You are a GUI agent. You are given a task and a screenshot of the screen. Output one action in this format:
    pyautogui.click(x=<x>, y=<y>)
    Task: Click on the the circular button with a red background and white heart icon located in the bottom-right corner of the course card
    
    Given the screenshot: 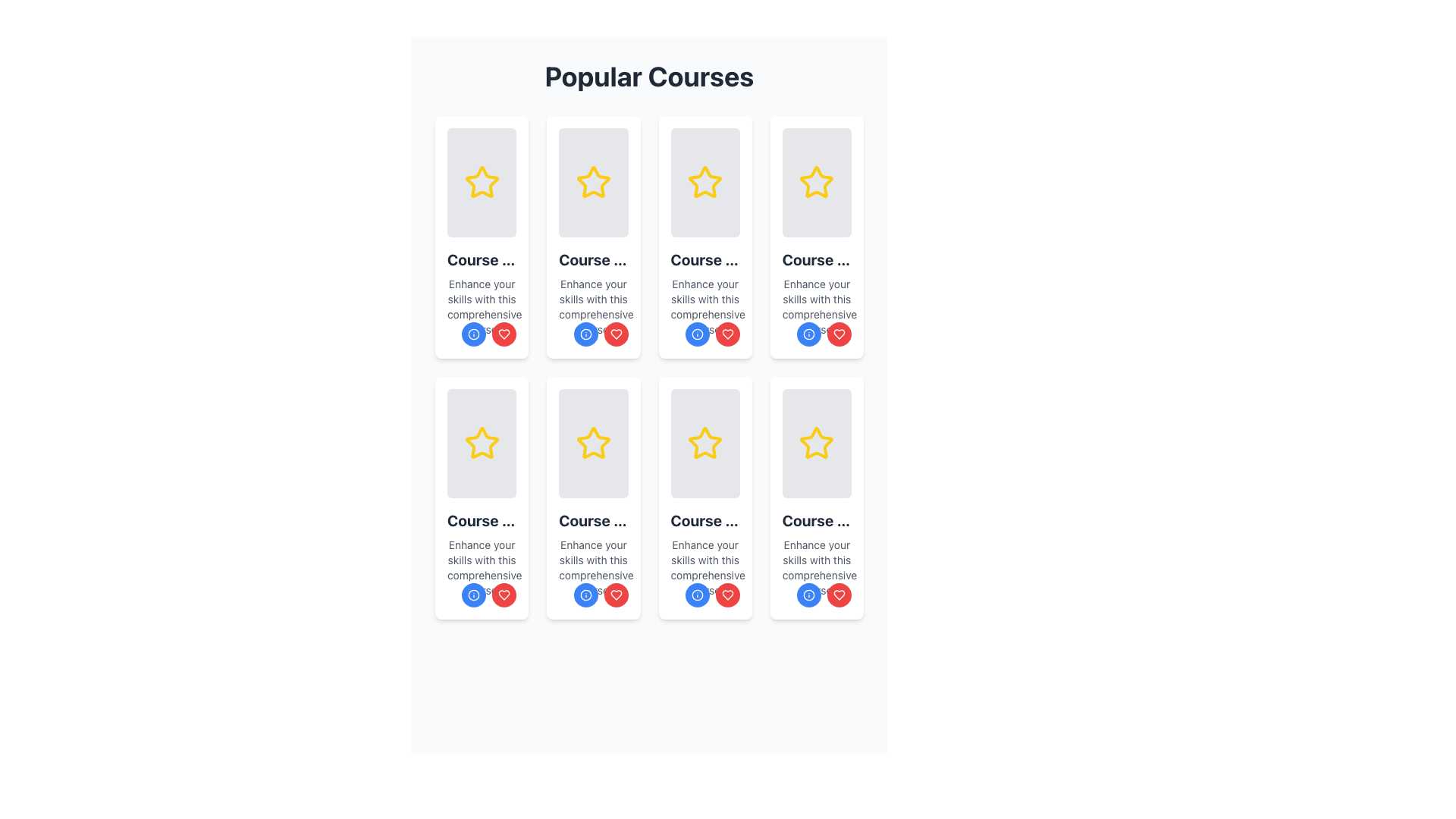 What is the action you would take?
    pyautogui.click(x=726, y=595)
    